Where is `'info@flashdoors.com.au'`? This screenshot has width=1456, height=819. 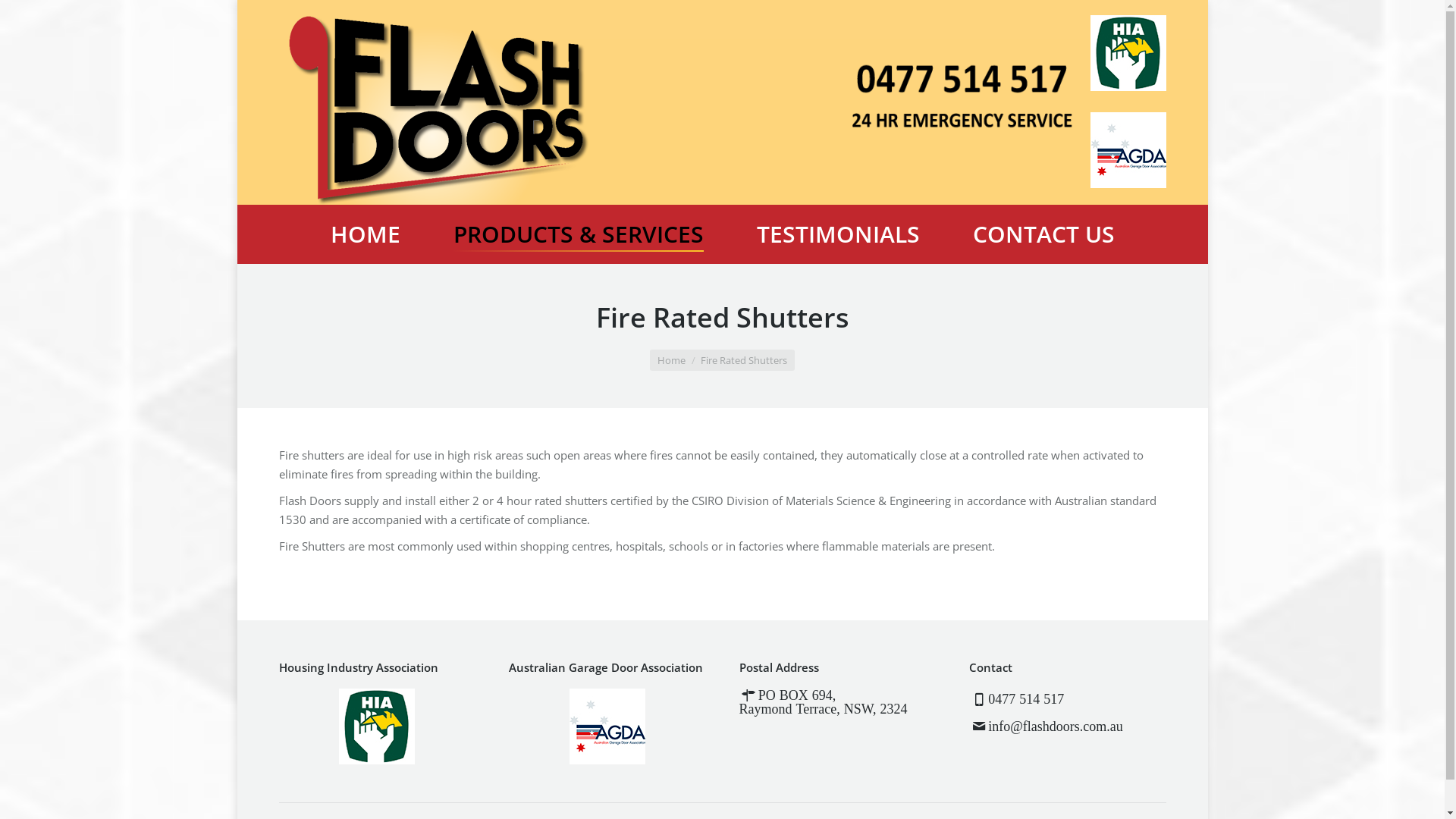
'info@flashdoors.com.au' is located at coordinates (987, 725).